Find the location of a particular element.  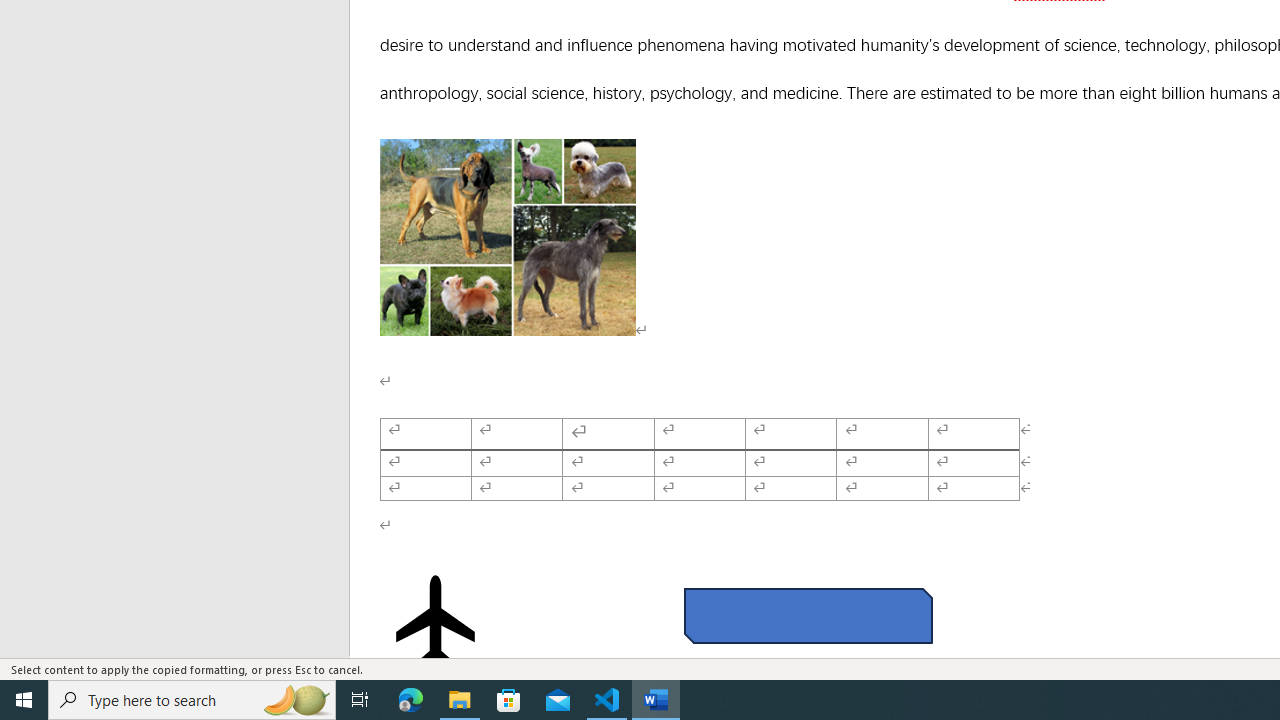

'Morphological variation in six dogs' is located at coordinates (508, 236).